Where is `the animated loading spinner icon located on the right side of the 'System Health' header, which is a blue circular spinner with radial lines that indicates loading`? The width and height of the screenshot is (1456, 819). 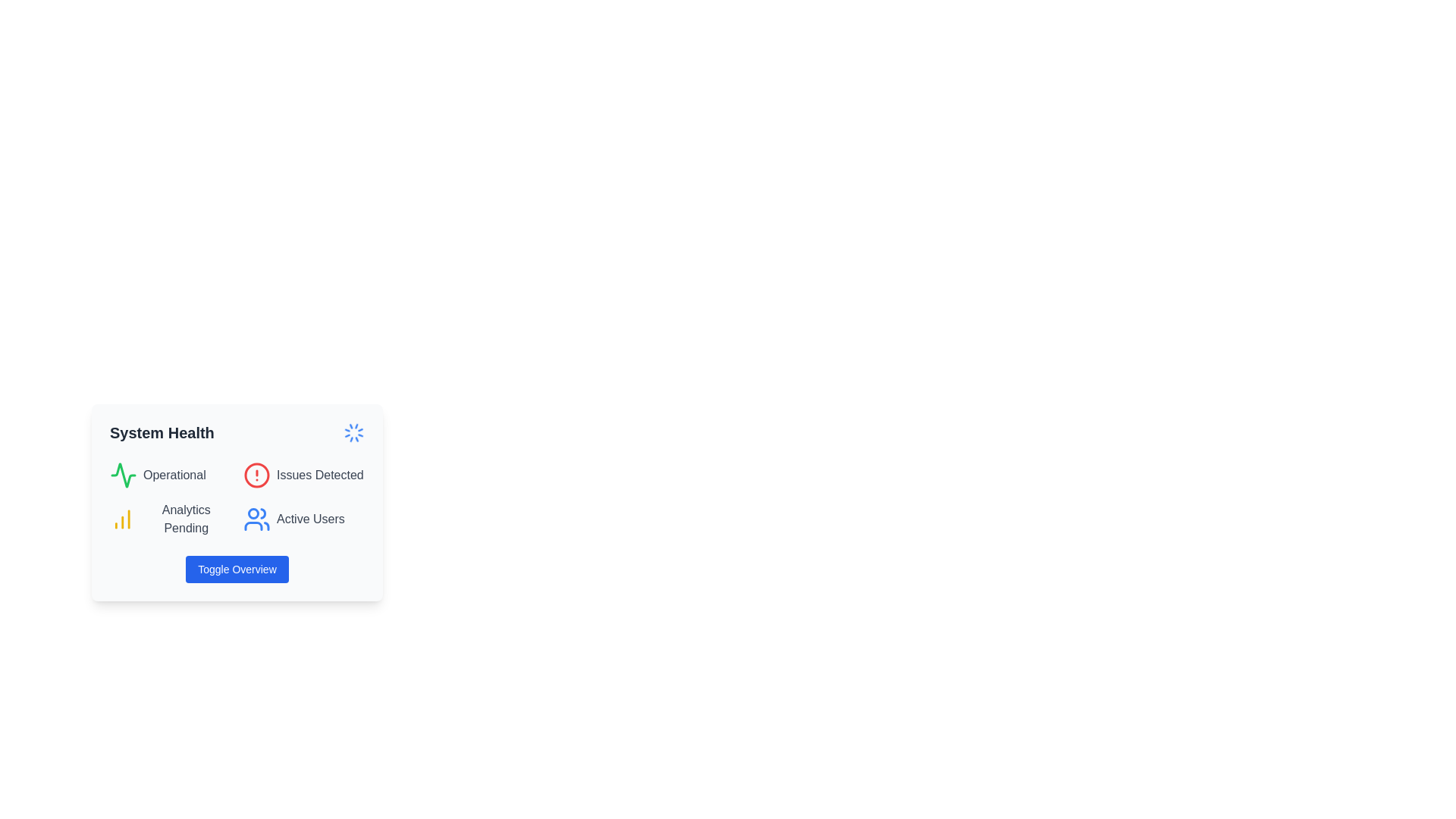
the animated loading spinner icon located on the right side of the 'System Health' header, which is a blue circular spinner with radial lines that indicates loading is located at coordinates (353, 432).